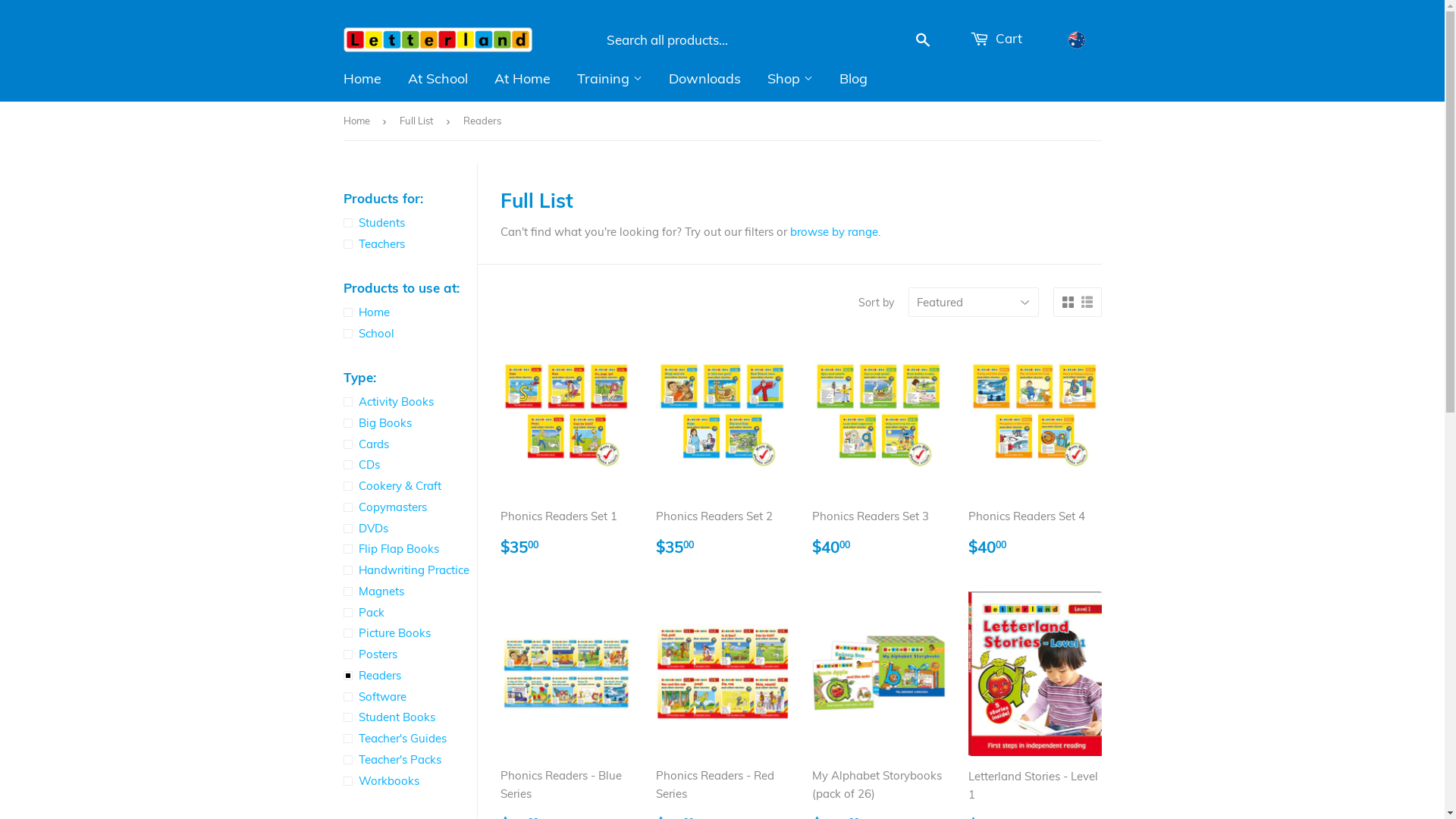  What do you see at coordinates (1080, 302) in the screenshot?
I see `'List view'` at bounding box center [1080, 302].